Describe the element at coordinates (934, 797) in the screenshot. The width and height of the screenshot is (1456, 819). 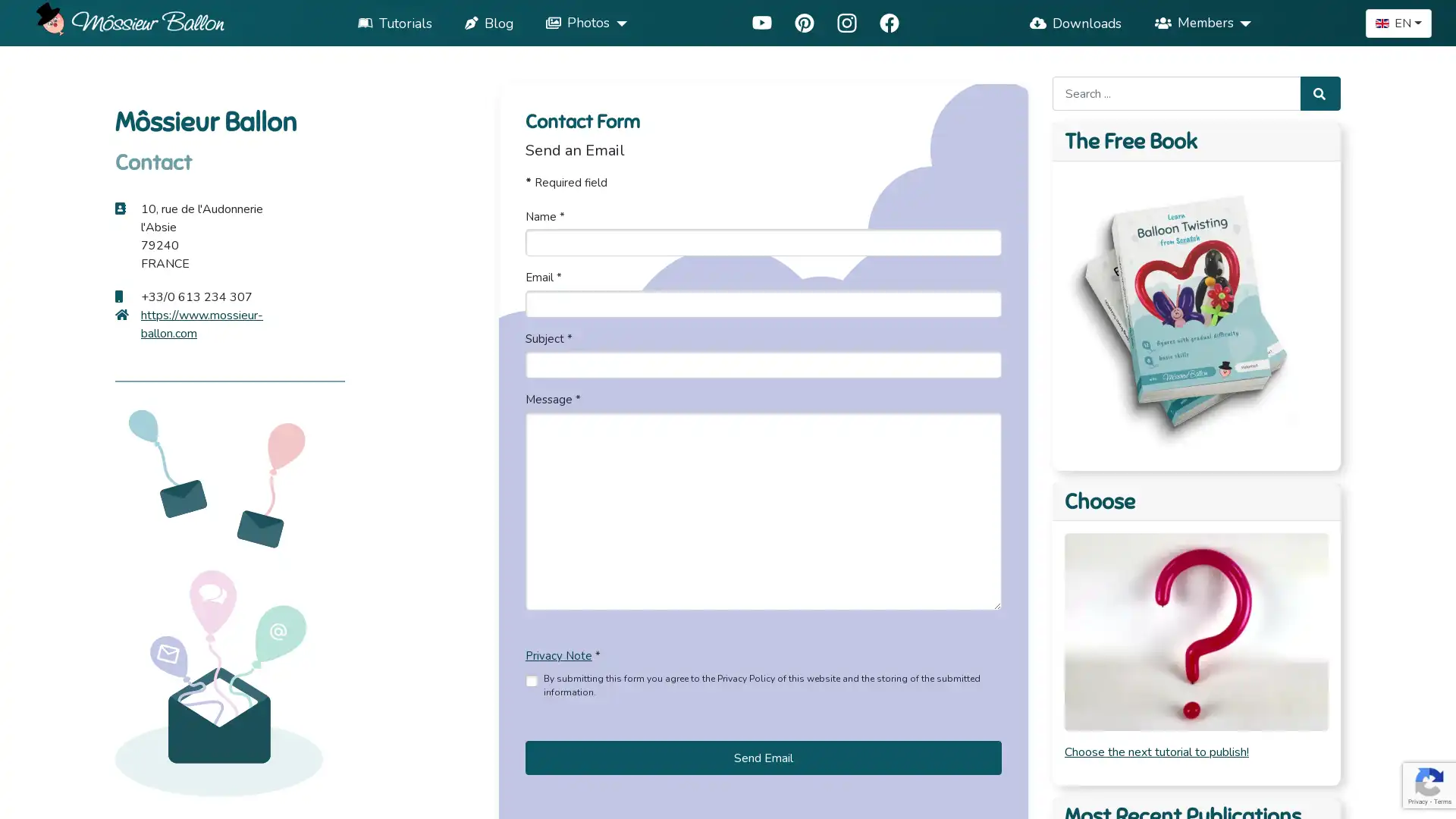
I see `Deny all cookies` at that location.